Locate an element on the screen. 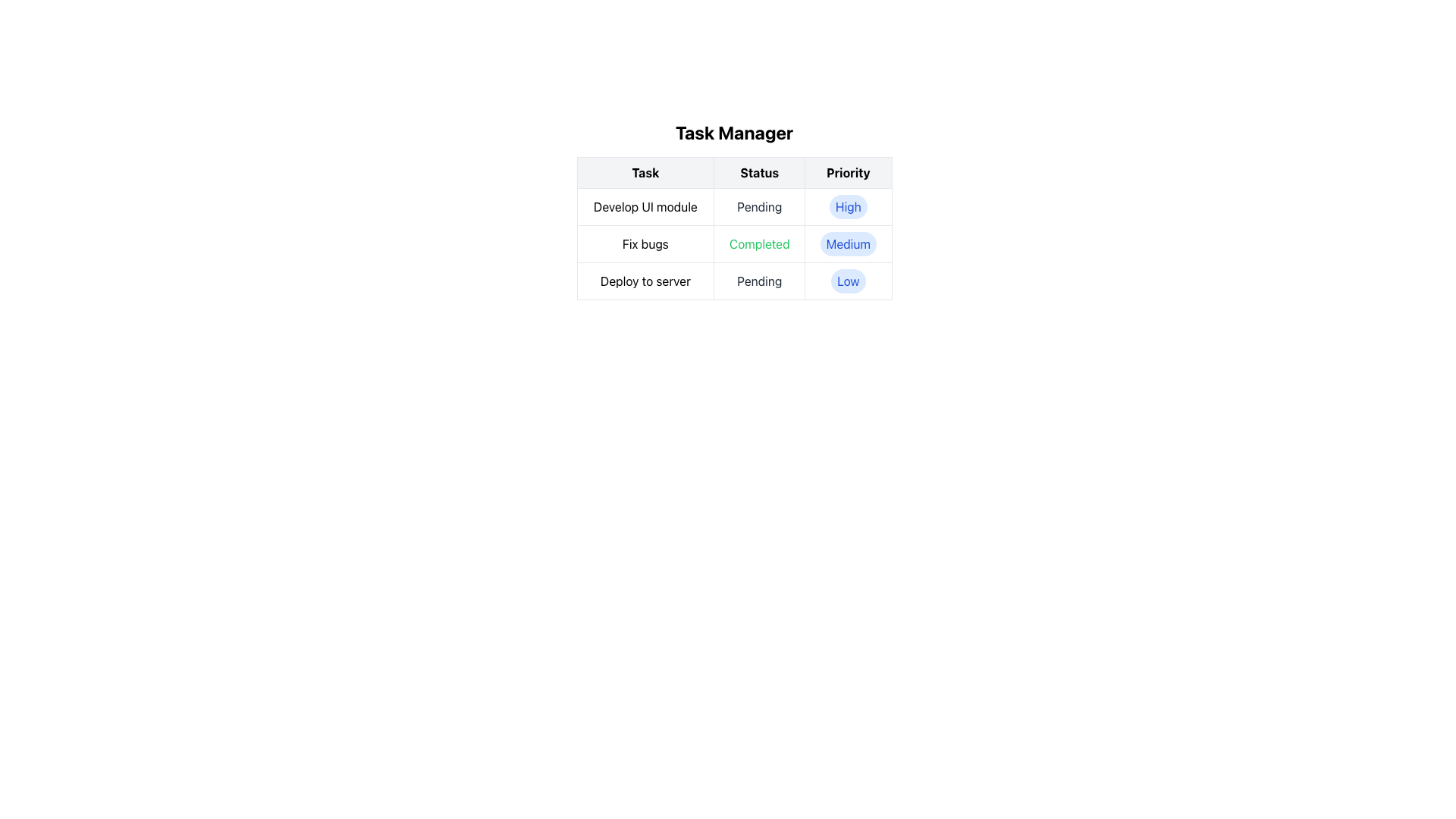 The width and height of the screenshot is (1456, 819). the text label displaying 'Pending' in the 'Status' column of the Task Manager table, located next to the 'Develop UI module' task is located at coordinates (759, 207).